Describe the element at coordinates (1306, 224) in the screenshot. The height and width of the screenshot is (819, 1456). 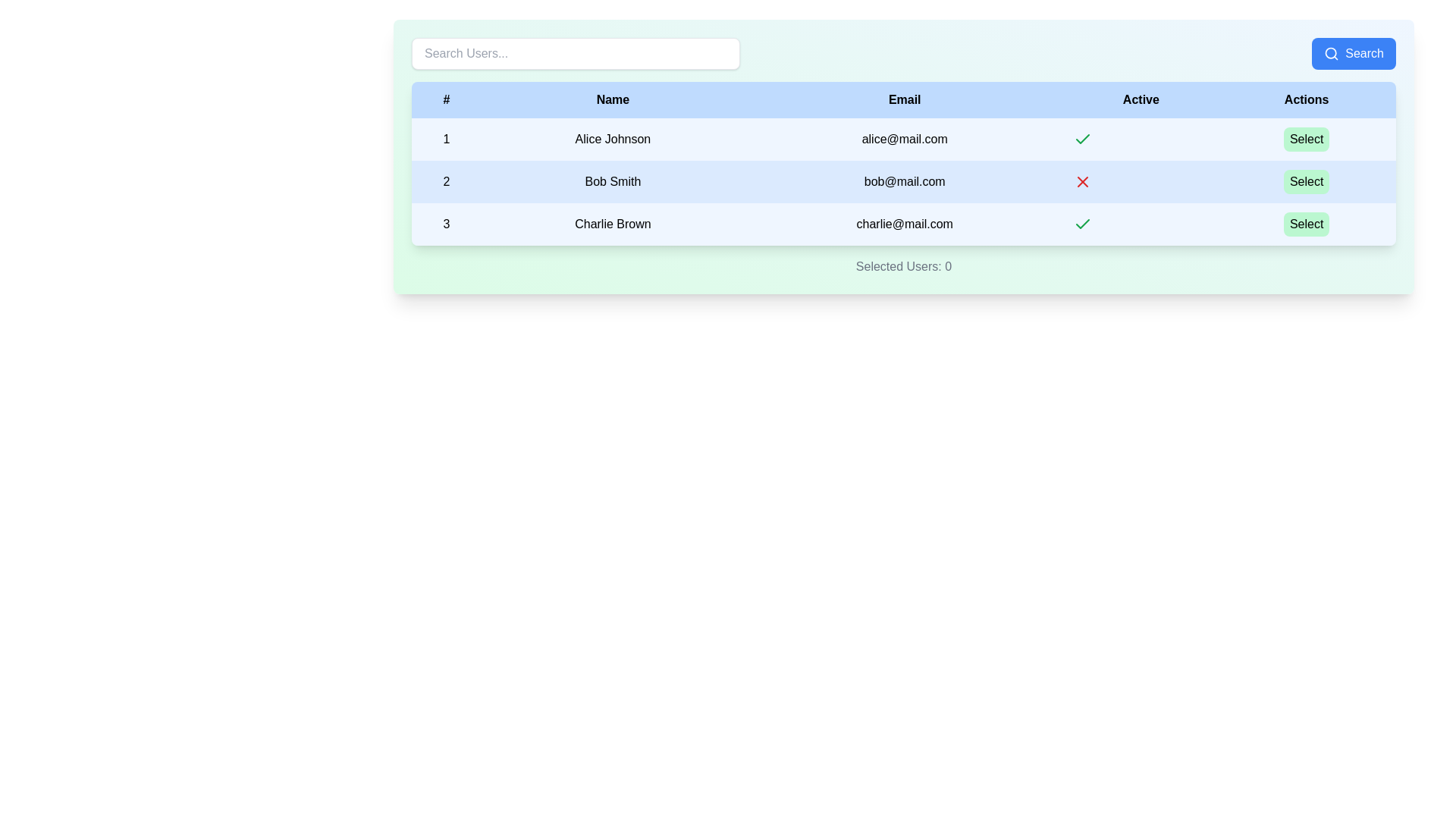
I see `the 'Select' button in the last row of the table under the 'Actions' column corresponding to user 'Charlie Brown'` at that location.